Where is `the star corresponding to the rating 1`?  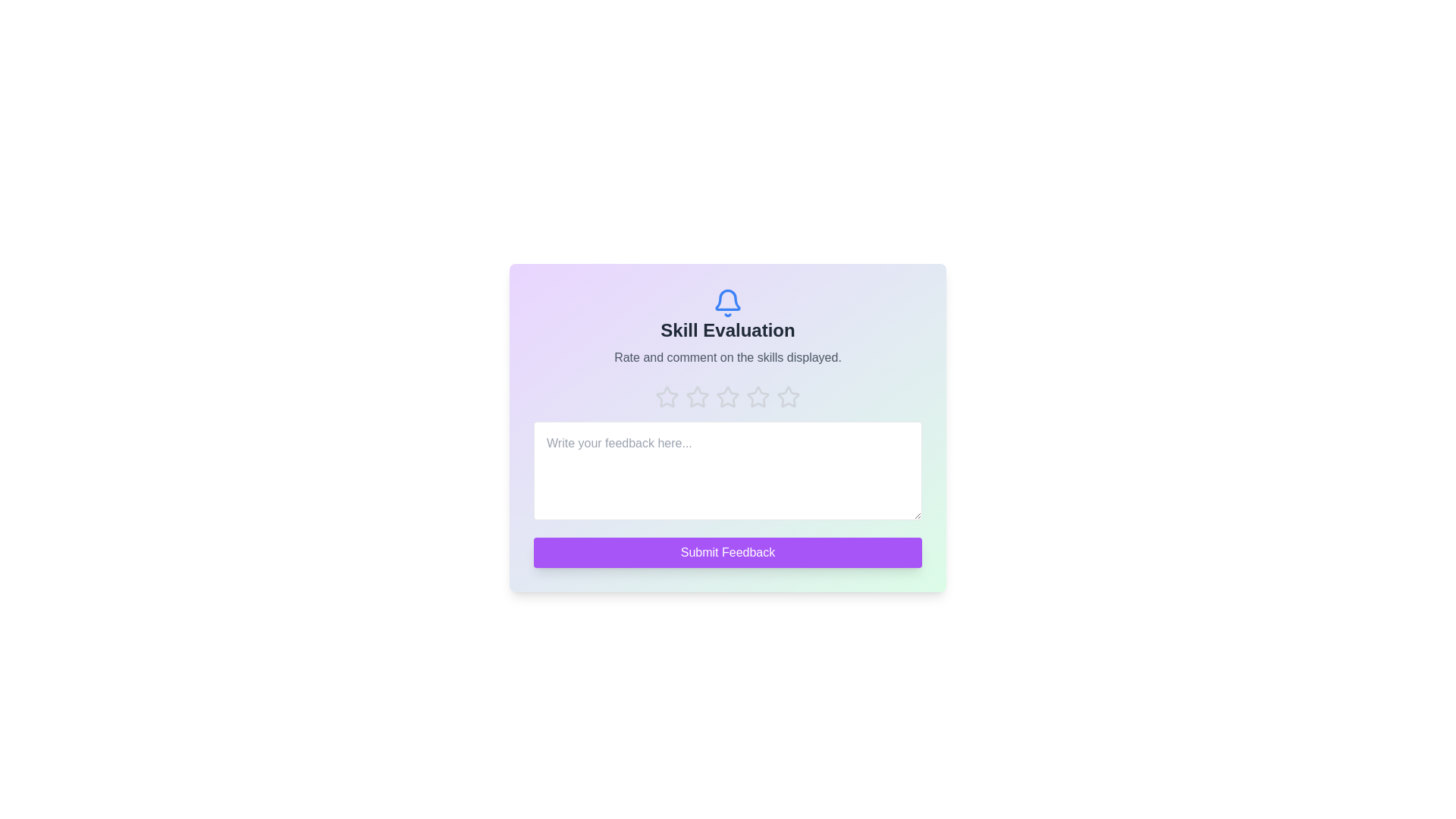 the star corresponding to the rating 1 is located at coordinates (667, 397).